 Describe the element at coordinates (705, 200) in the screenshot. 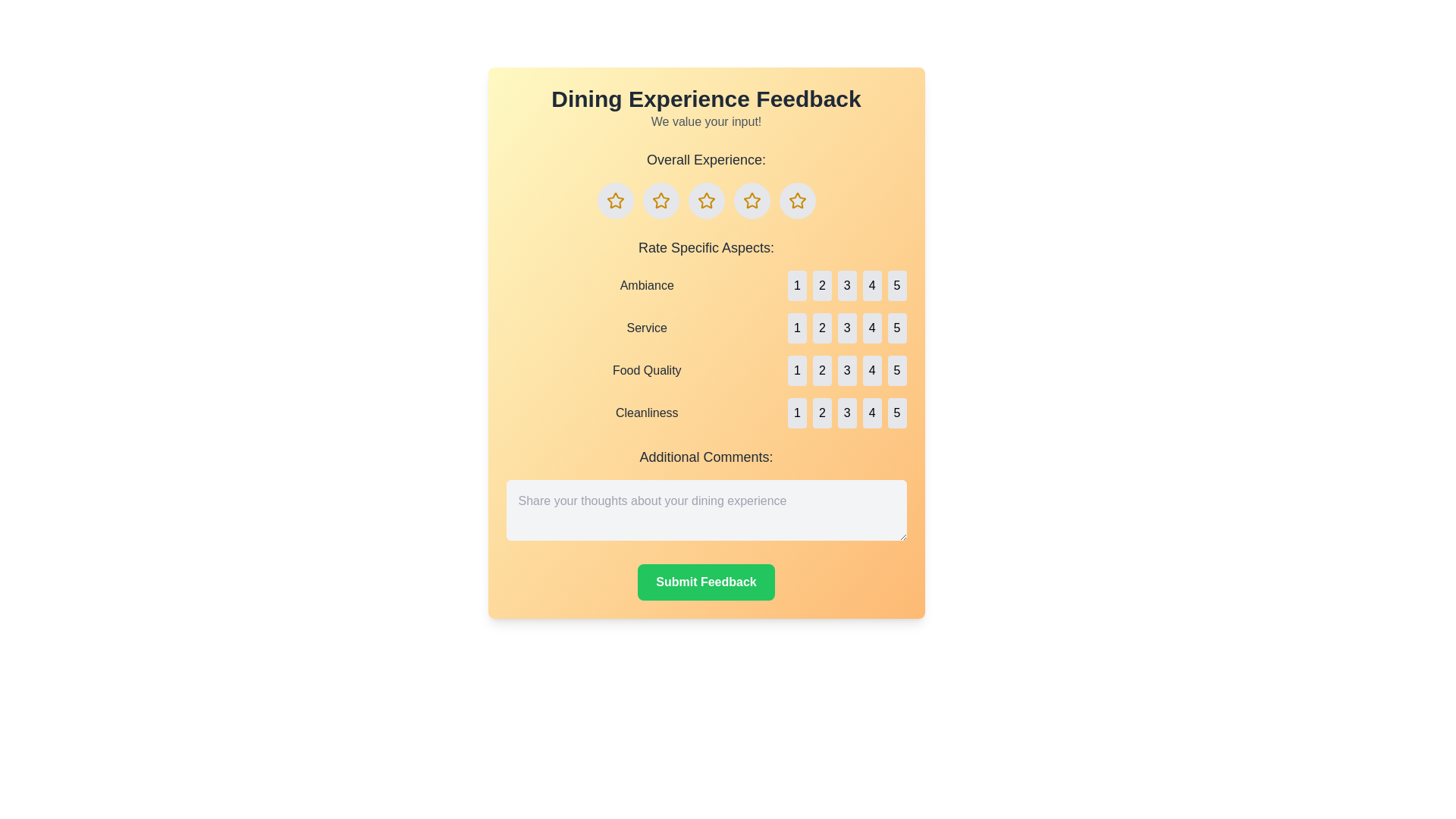

I see `the third circular rating button under the 'Overall Experience' heading` at that location.